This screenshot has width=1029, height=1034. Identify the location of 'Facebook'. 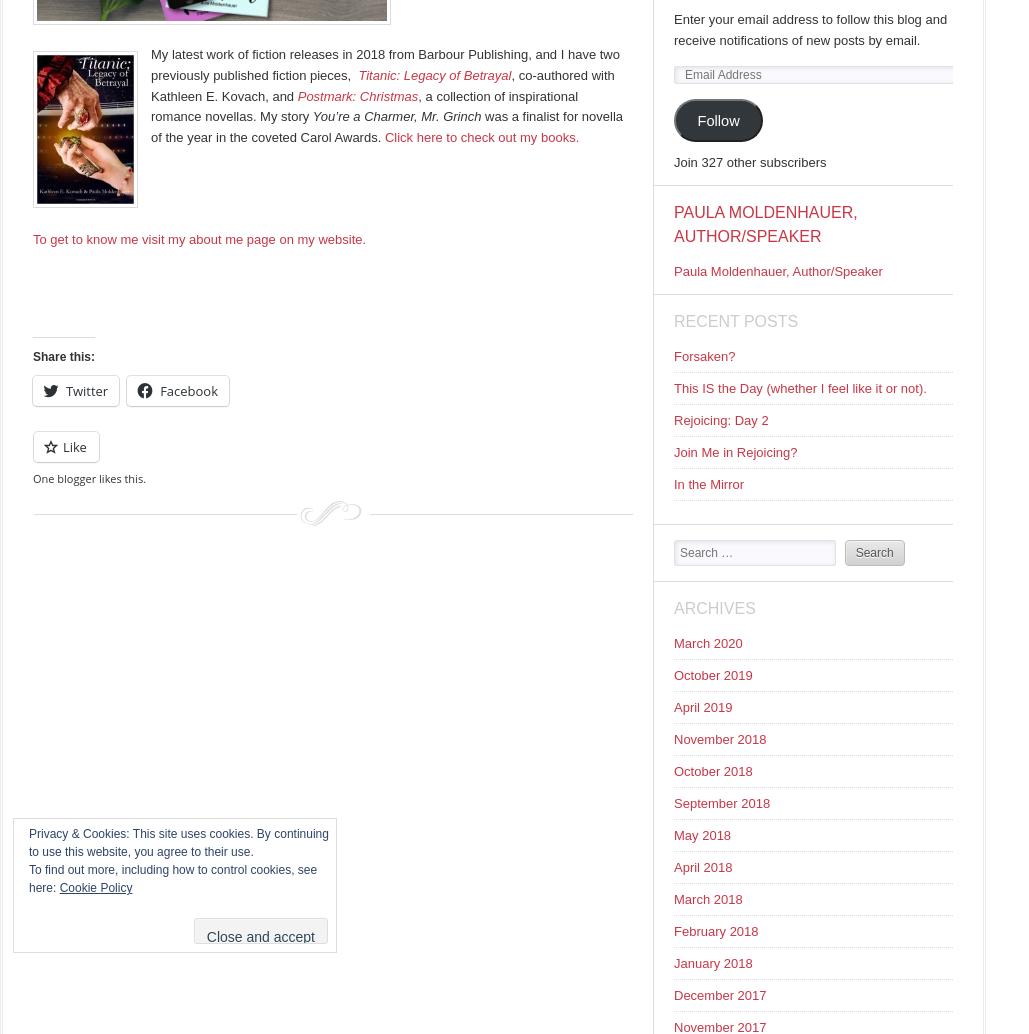
(189, 389).